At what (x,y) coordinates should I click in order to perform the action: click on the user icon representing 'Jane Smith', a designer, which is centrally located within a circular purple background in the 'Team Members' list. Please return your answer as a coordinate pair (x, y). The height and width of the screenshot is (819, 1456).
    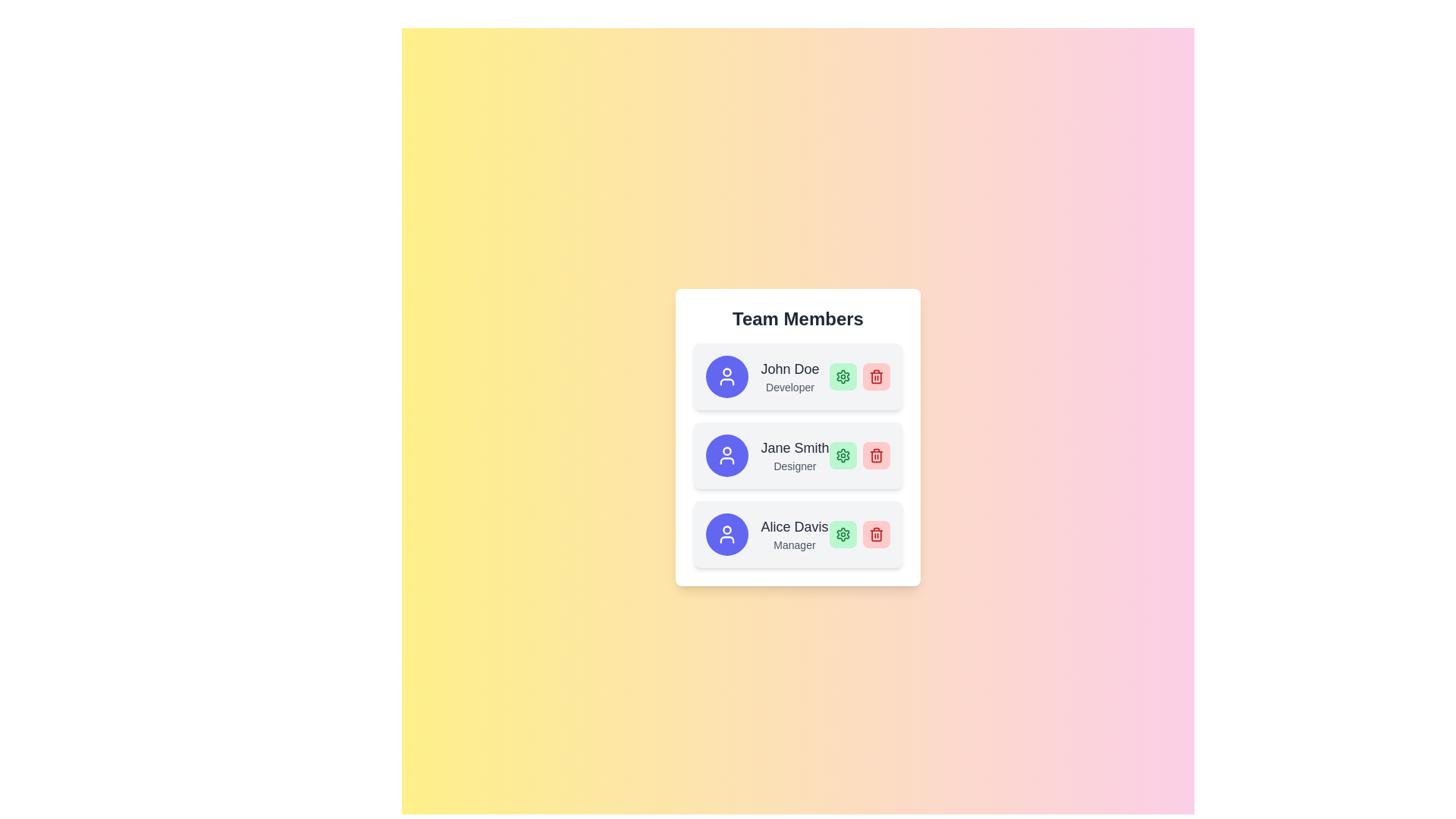
    Looking at the image, I should click on (726, 455).